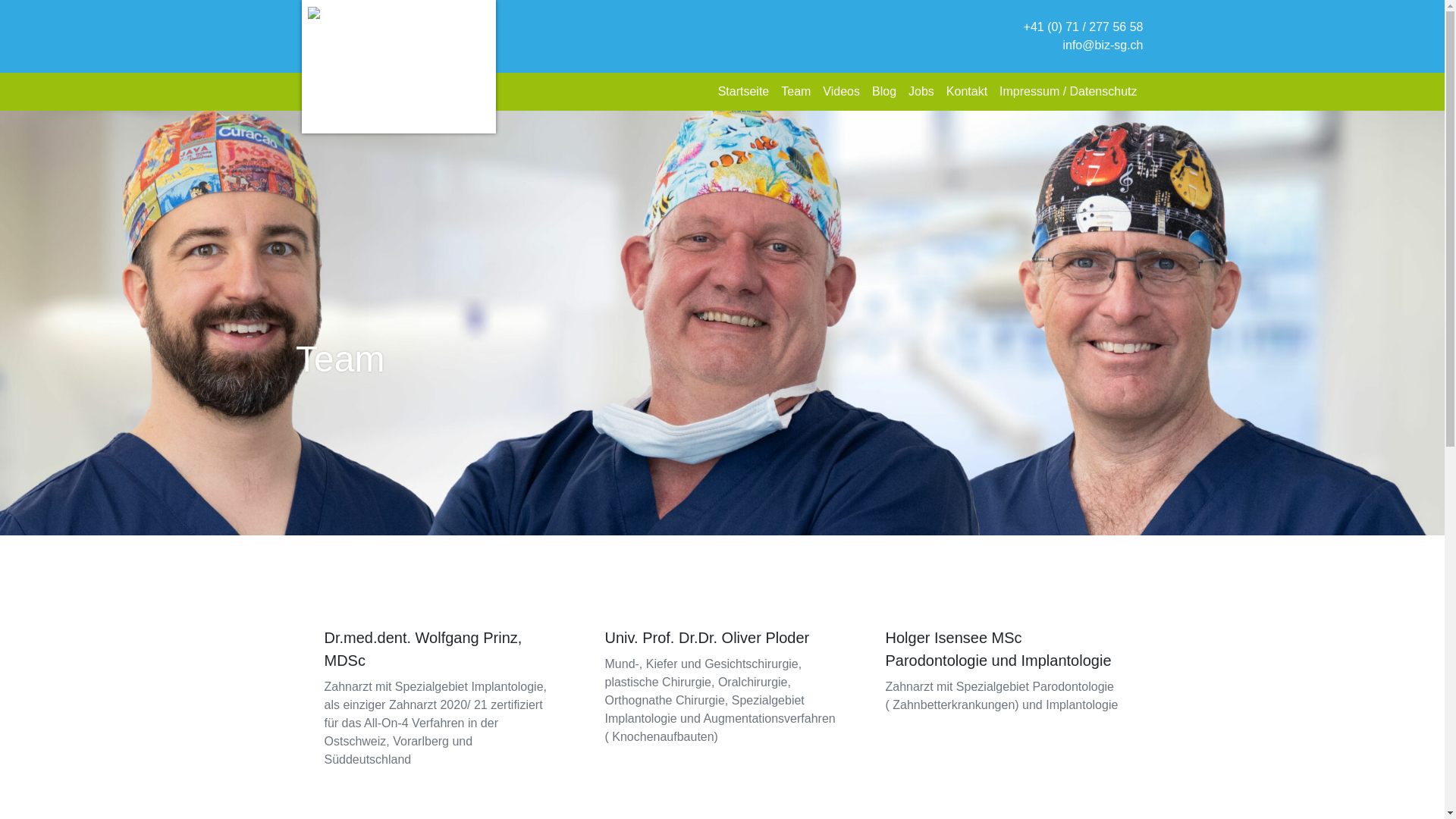 This screenshot has width=1456, height=819. Describe the element at coordinates (795, 91) in the screenshot. I see `'Team'` at that location.